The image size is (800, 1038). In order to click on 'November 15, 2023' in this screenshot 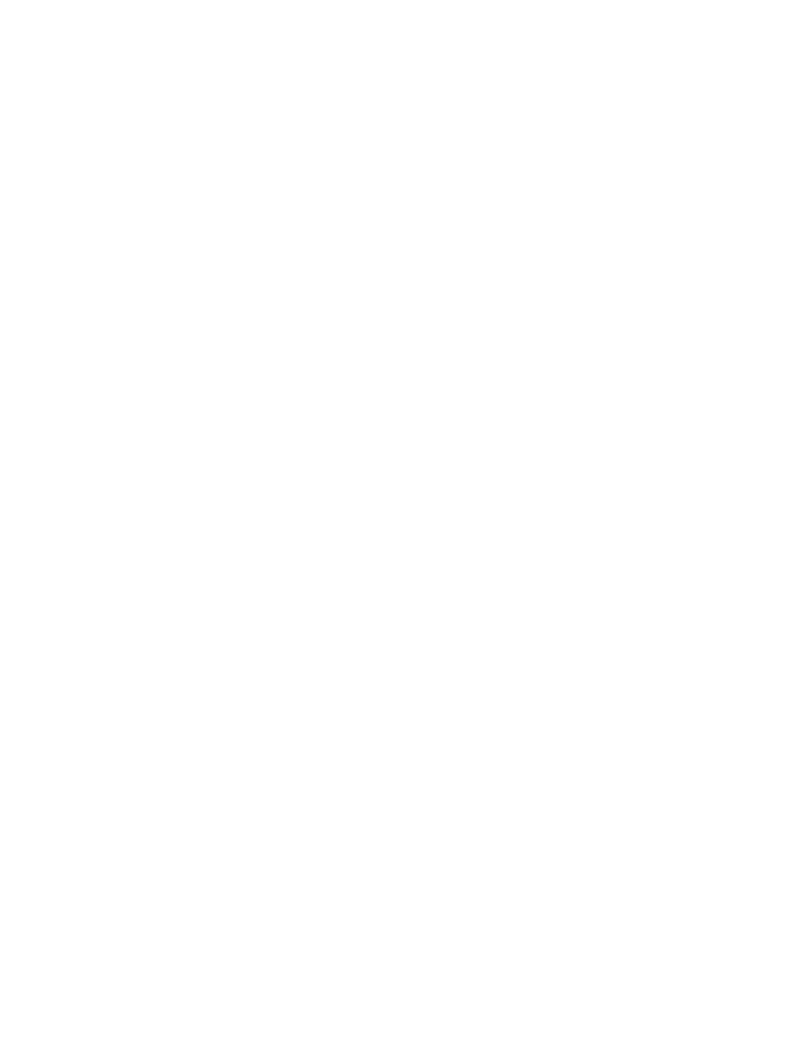, I will do `click(393, 173)`.